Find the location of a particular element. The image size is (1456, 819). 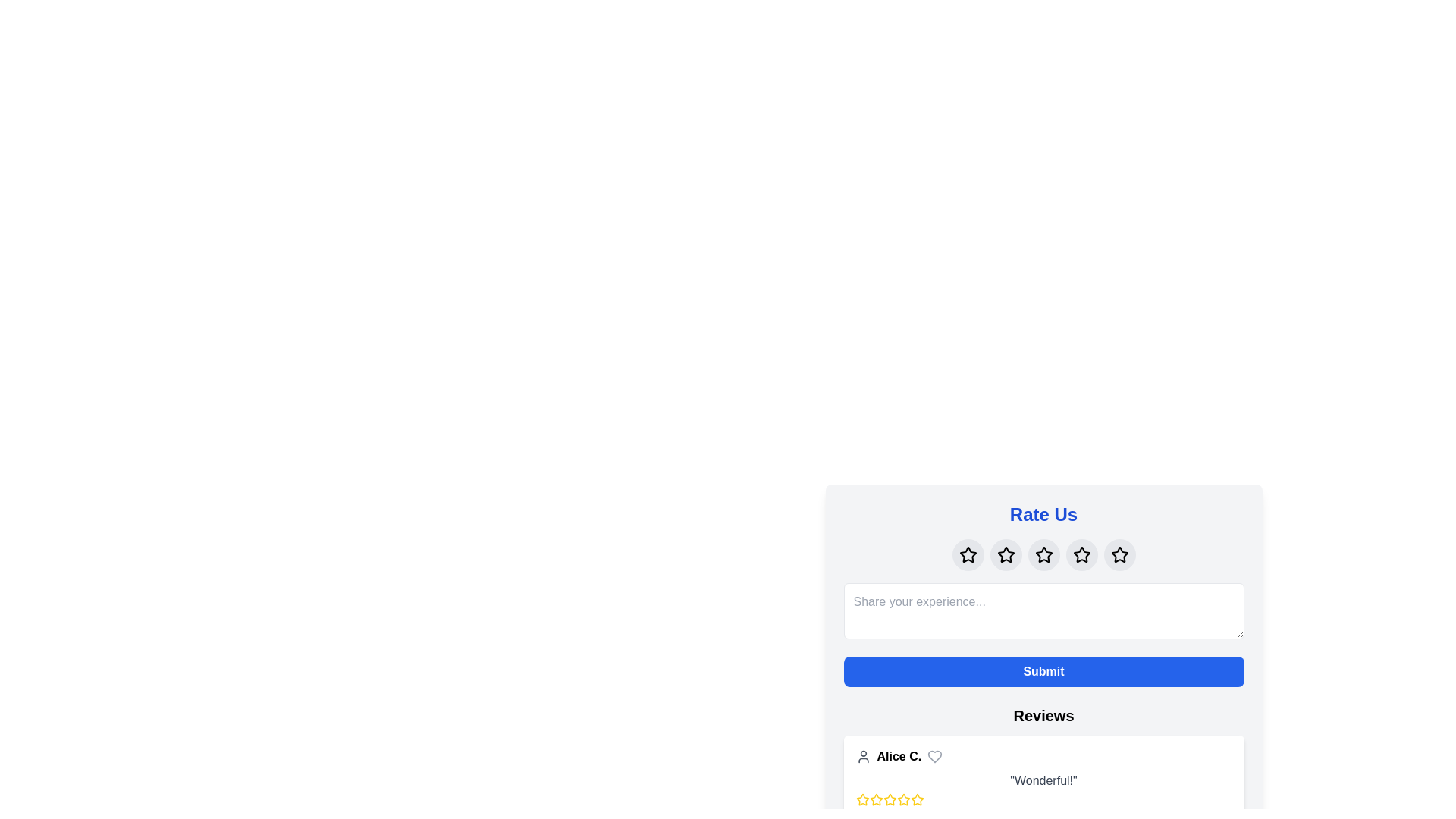

the fifth star-shaped rating icon located beneath the 'Rate Us' heading is located at coordinates (1081, 555).